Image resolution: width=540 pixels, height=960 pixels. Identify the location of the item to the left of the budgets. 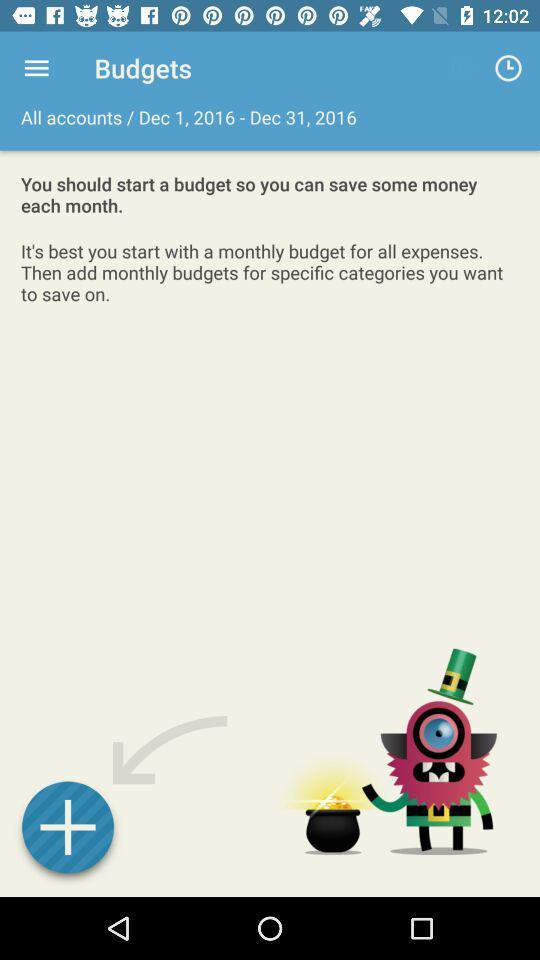
(36, 68).